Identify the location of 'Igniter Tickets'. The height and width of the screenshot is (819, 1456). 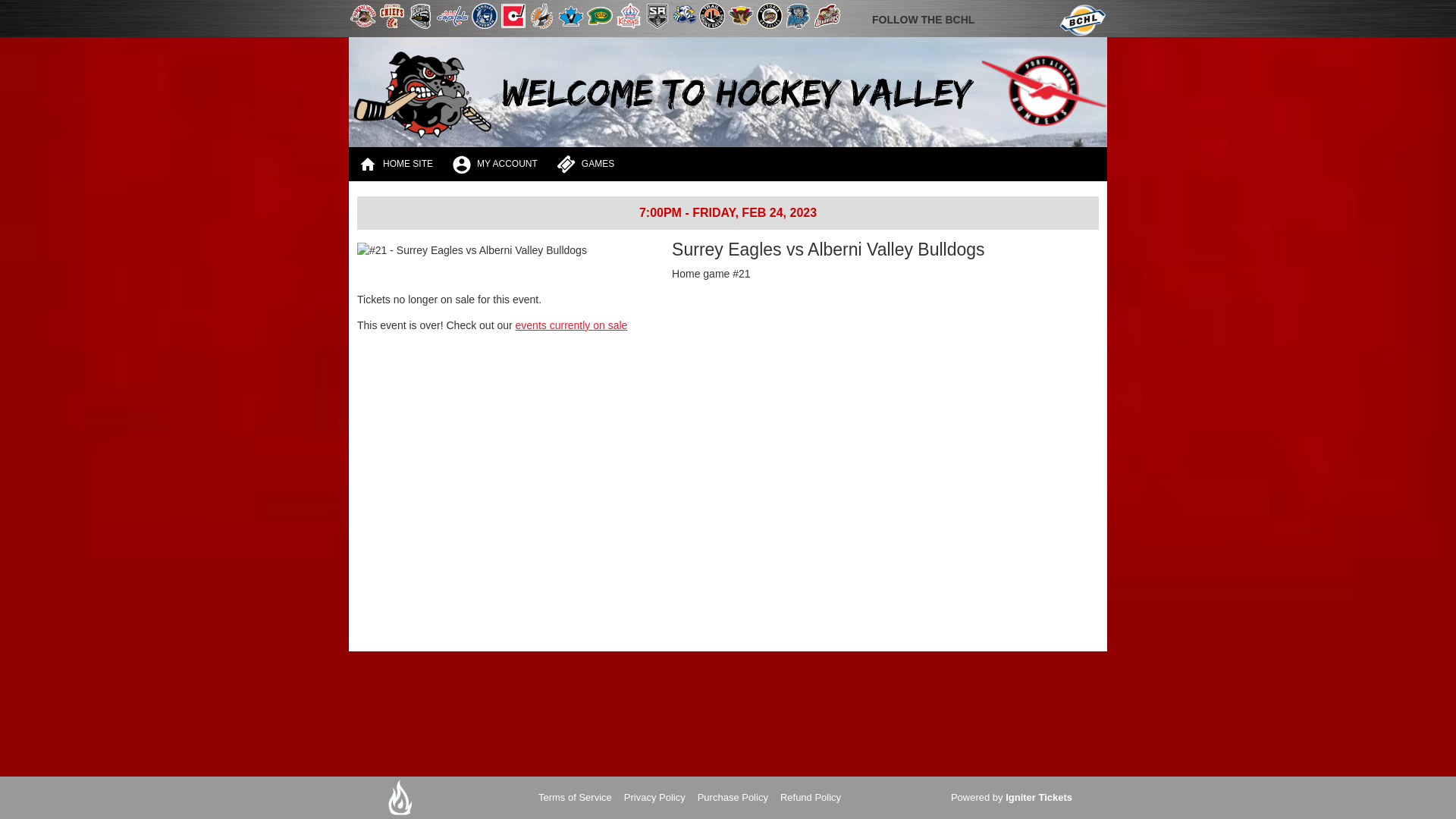
(1037, 797).